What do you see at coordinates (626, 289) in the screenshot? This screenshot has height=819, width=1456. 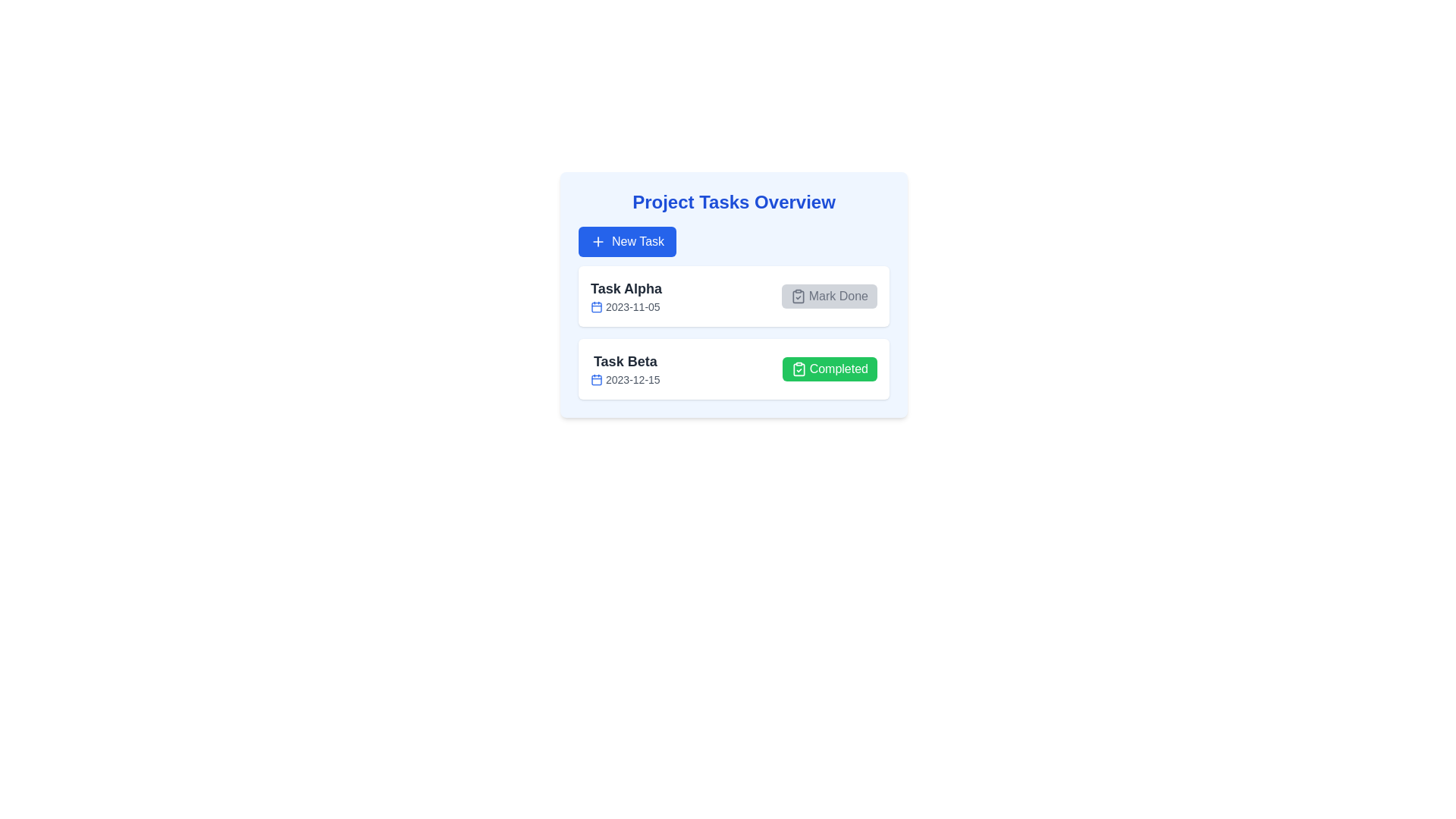 I see `prominent text label displaying 'Task Alpha', which is styled in a larger, bold font and is located above the date '2023-11-05'` at bounding box center [626, 289].